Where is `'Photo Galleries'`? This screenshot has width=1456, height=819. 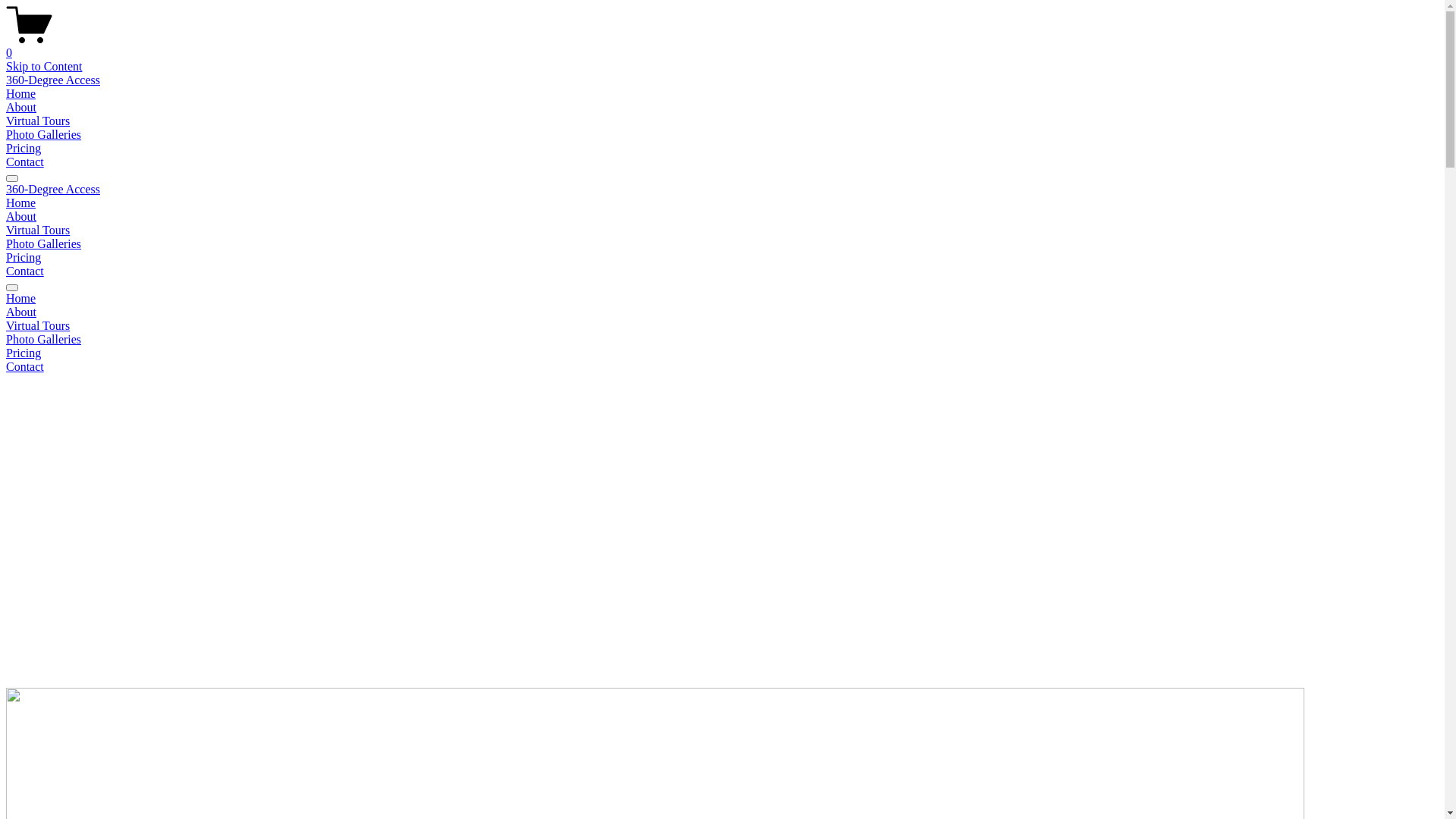 'Photo Galleries' is located at coordinates (721, 338).